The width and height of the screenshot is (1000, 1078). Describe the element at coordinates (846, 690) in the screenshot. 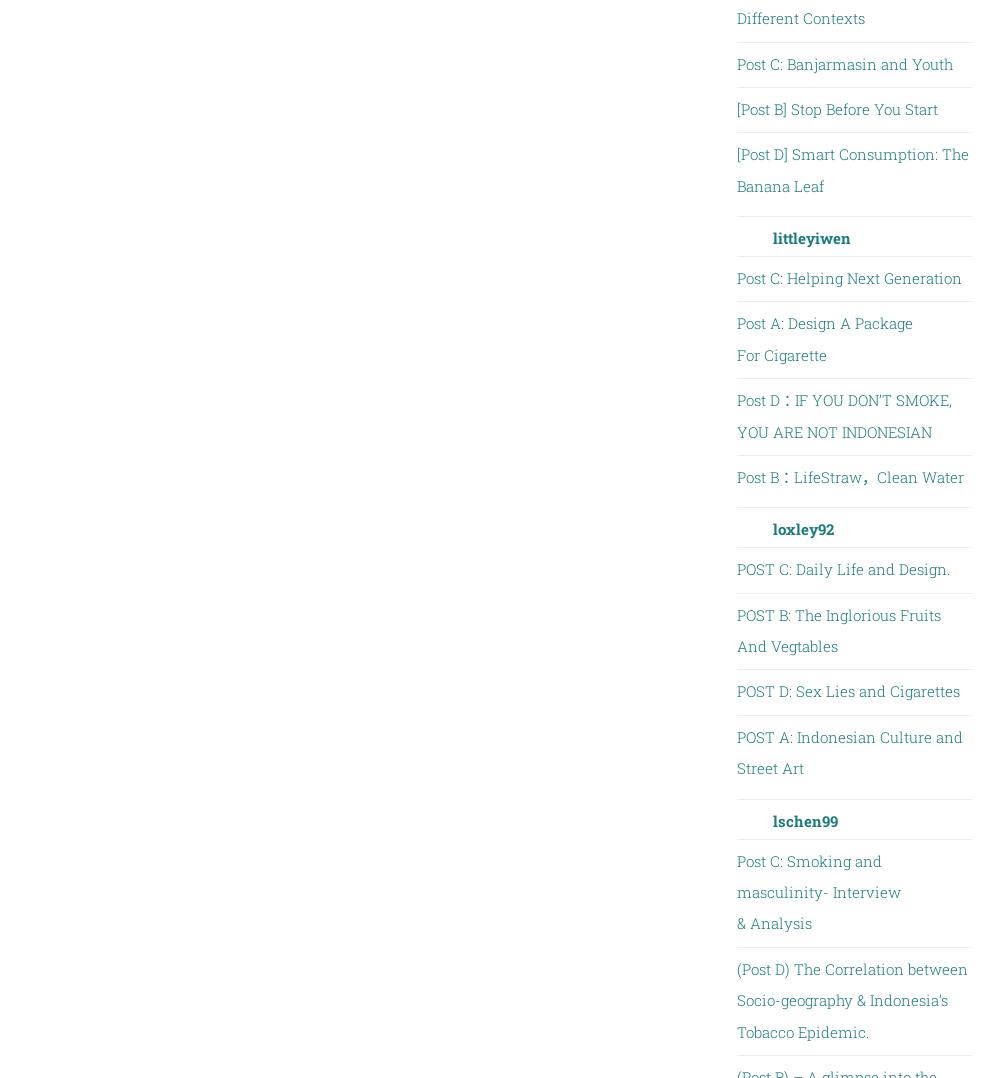

I see `'POST D: Sex Lies and Cigarettes'` at that location.